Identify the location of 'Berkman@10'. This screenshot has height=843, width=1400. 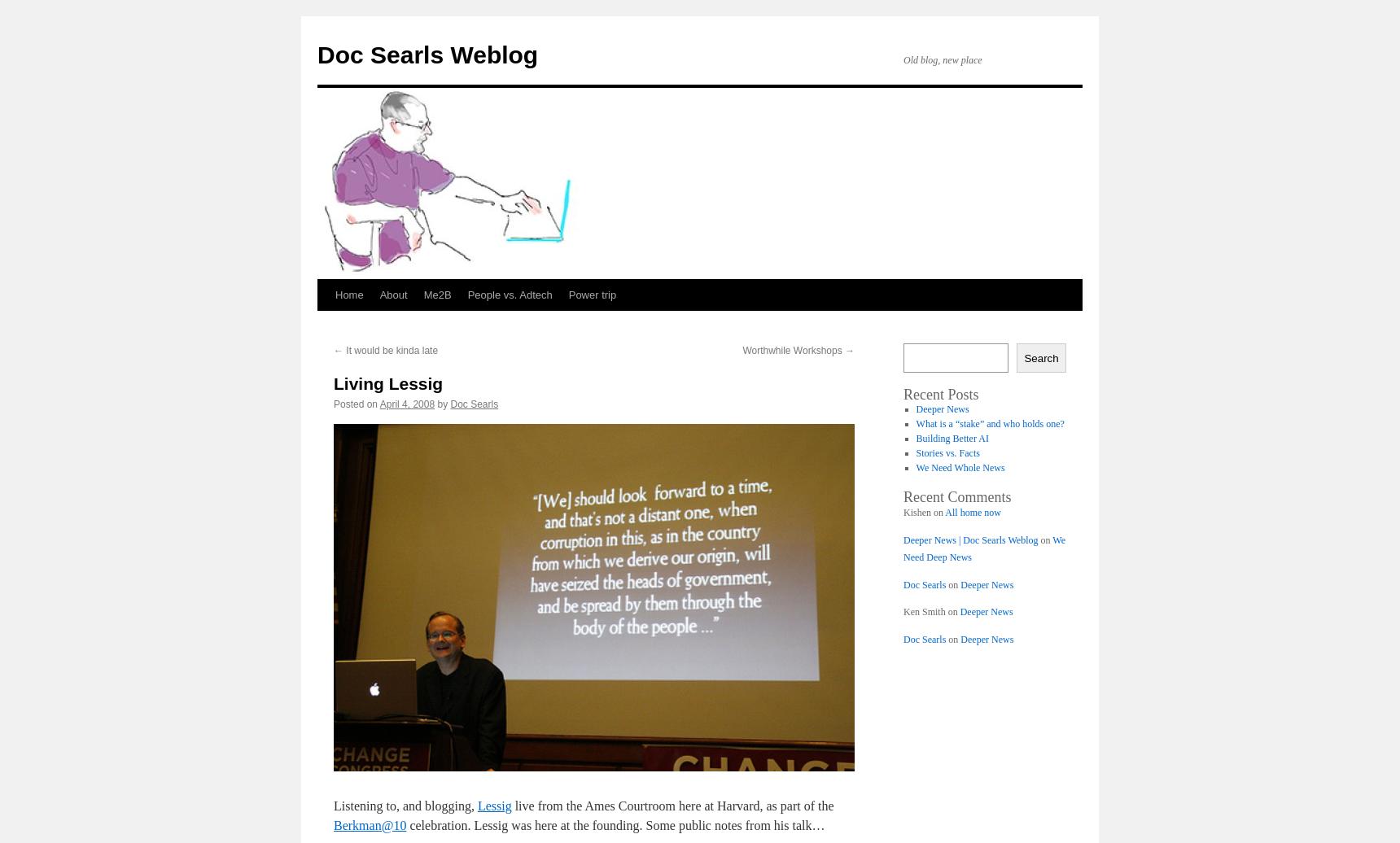
(369, 824).